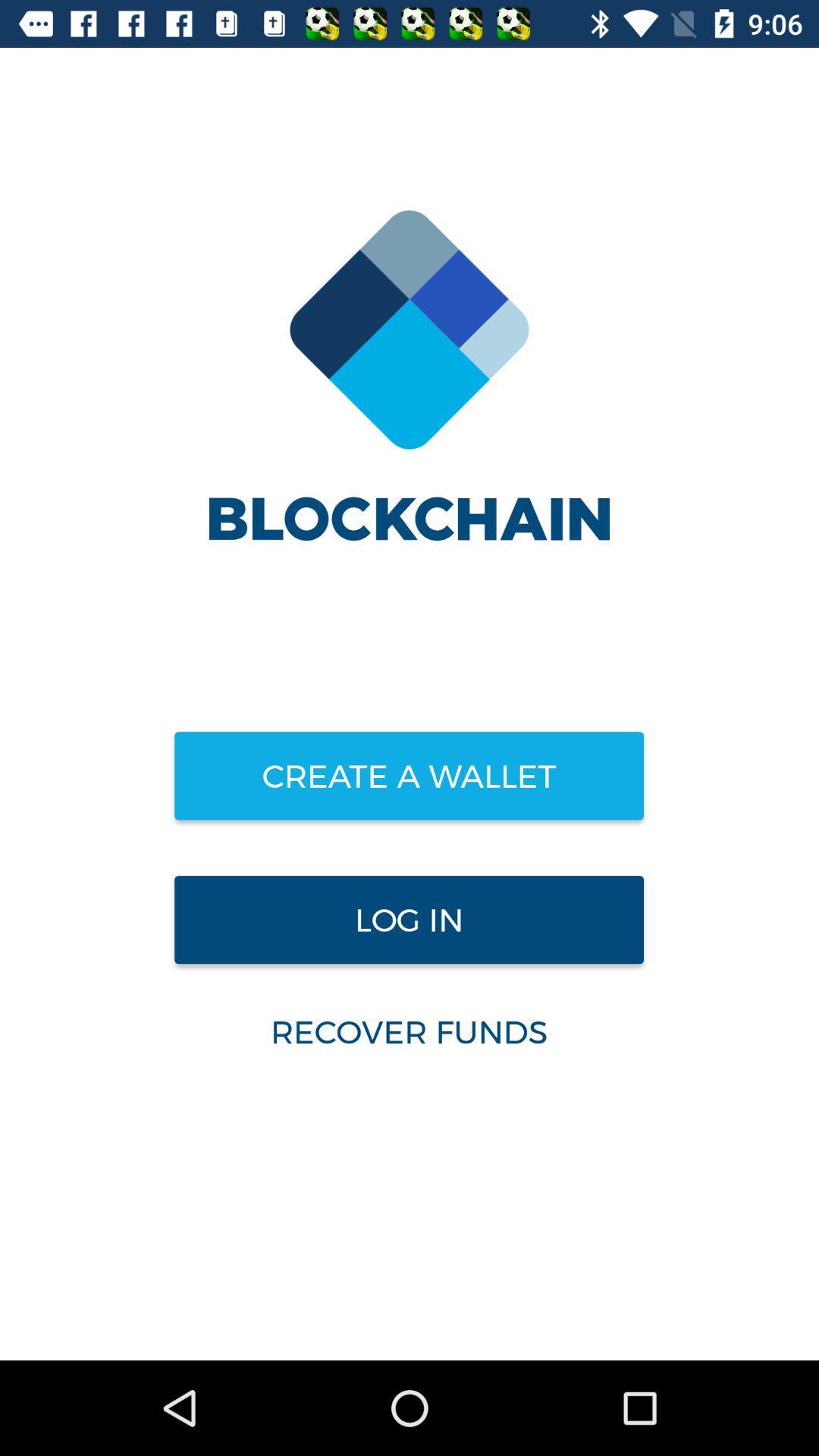 This screenshot has height=1456, width=819. Describe the element at coordinates (408, 919) in the screenshot. I see `the item below create a wallet item` at that location.